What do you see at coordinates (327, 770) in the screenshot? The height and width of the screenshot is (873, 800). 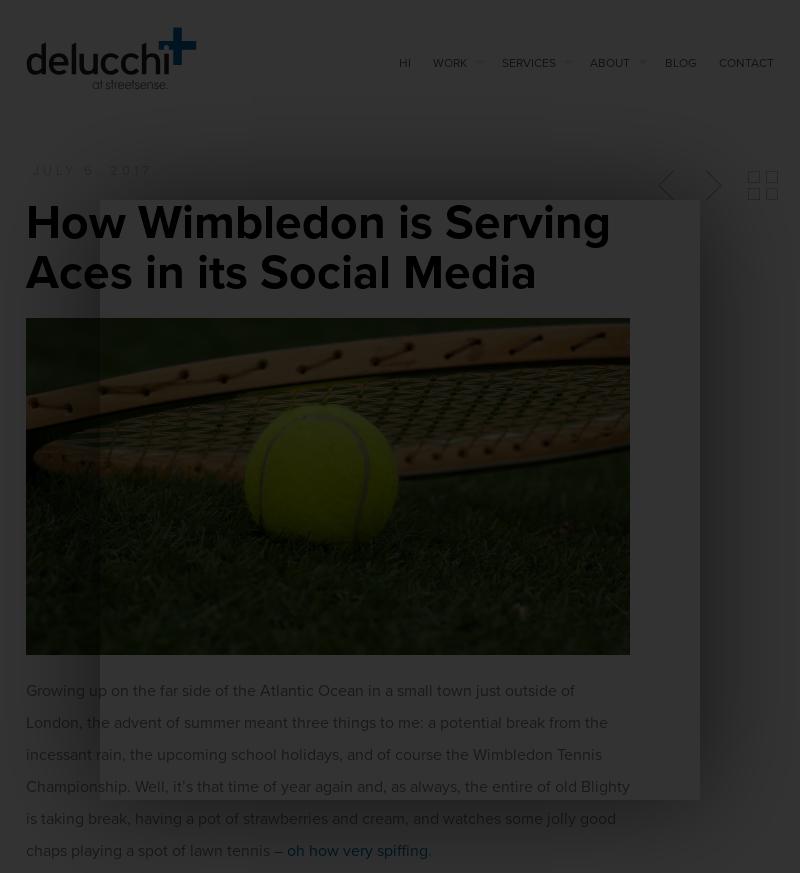 I see `'Growing up on the far side of the Atlantic Ocean in a small town just outside of London, the advent of summer meant three things to me: a potential break from the incessant rain, the upcoming school holidays, and of course the Wimbledon Tennis Championship. Well, it’s that time of year again and, as always, the entire of old Blighty is taking break, having a pot of strawberries and cream, and watches some jolly good chaps playing a spot of lawn tennis –'` at bounding box center [327, 770].